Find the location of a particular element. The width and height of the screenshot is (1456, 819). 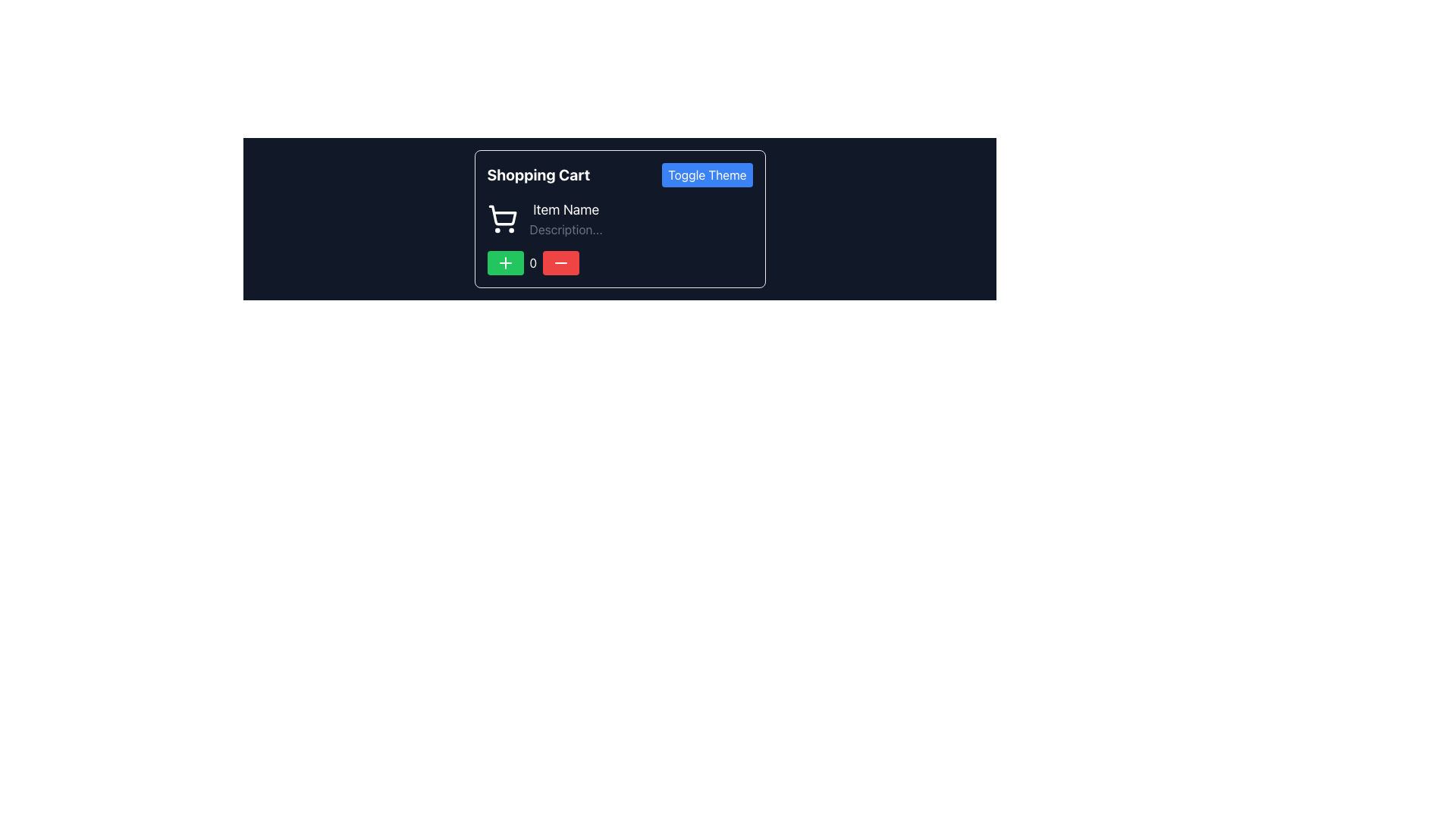

the text label displaying the current count value, positioned between a green plus button and a red minus button in the shopping cart interface is located at coordinates (533, 262).